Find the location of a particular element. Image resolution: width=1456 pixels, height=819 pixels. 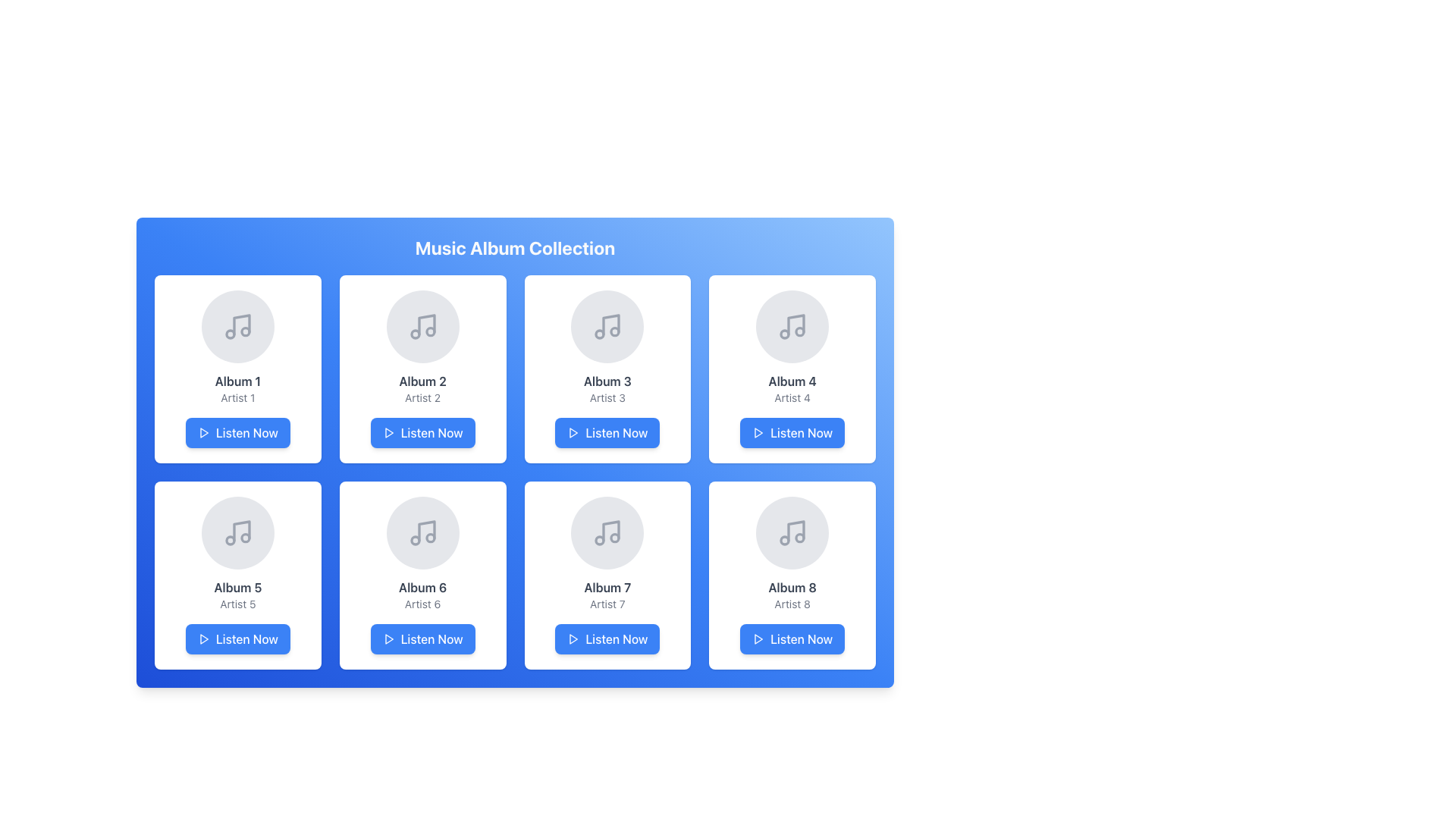

the triangular-shaped icon within the 'Listen Now' button located below the fourth album ('Album 4') by 'Artist 4' in the grid layout to play the track is located at coordinates (758, 432).